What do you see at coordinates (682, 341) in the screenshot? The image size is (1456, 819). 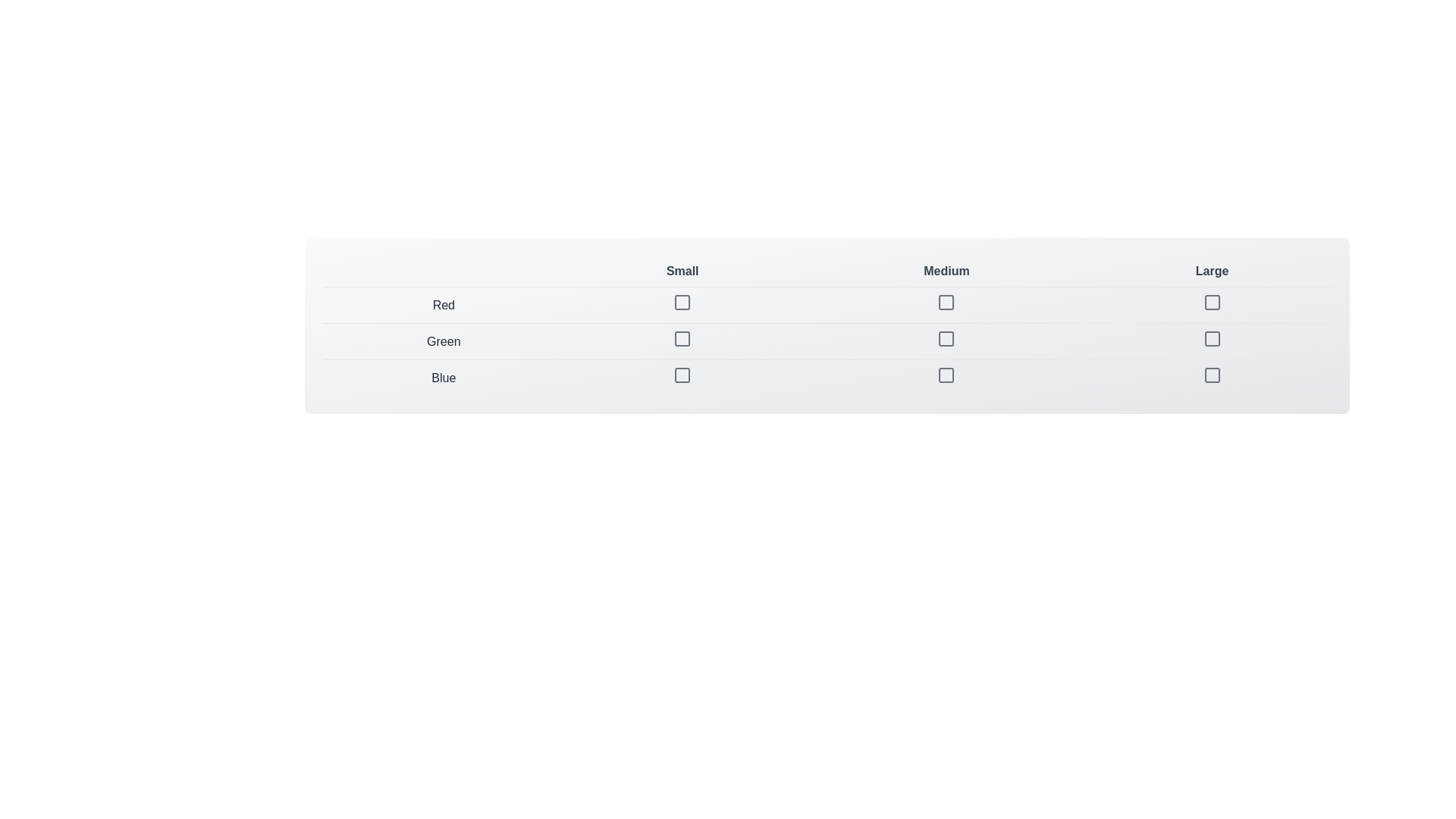 I see `the 'Small' size checkbox for the 'Green' category located in the second row and second column of the table` at bounding box center [682, 341].